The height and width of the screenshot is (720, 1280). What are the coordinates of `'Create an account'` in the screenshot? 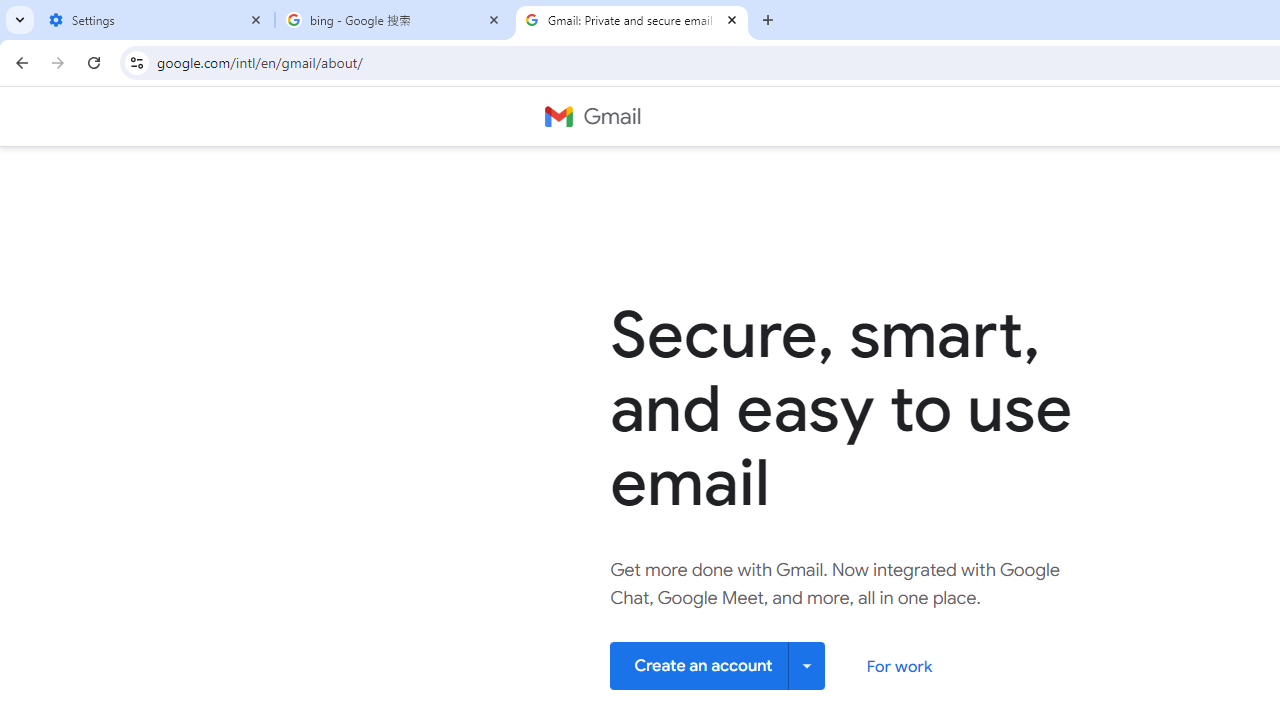 It's located at (718, 665).